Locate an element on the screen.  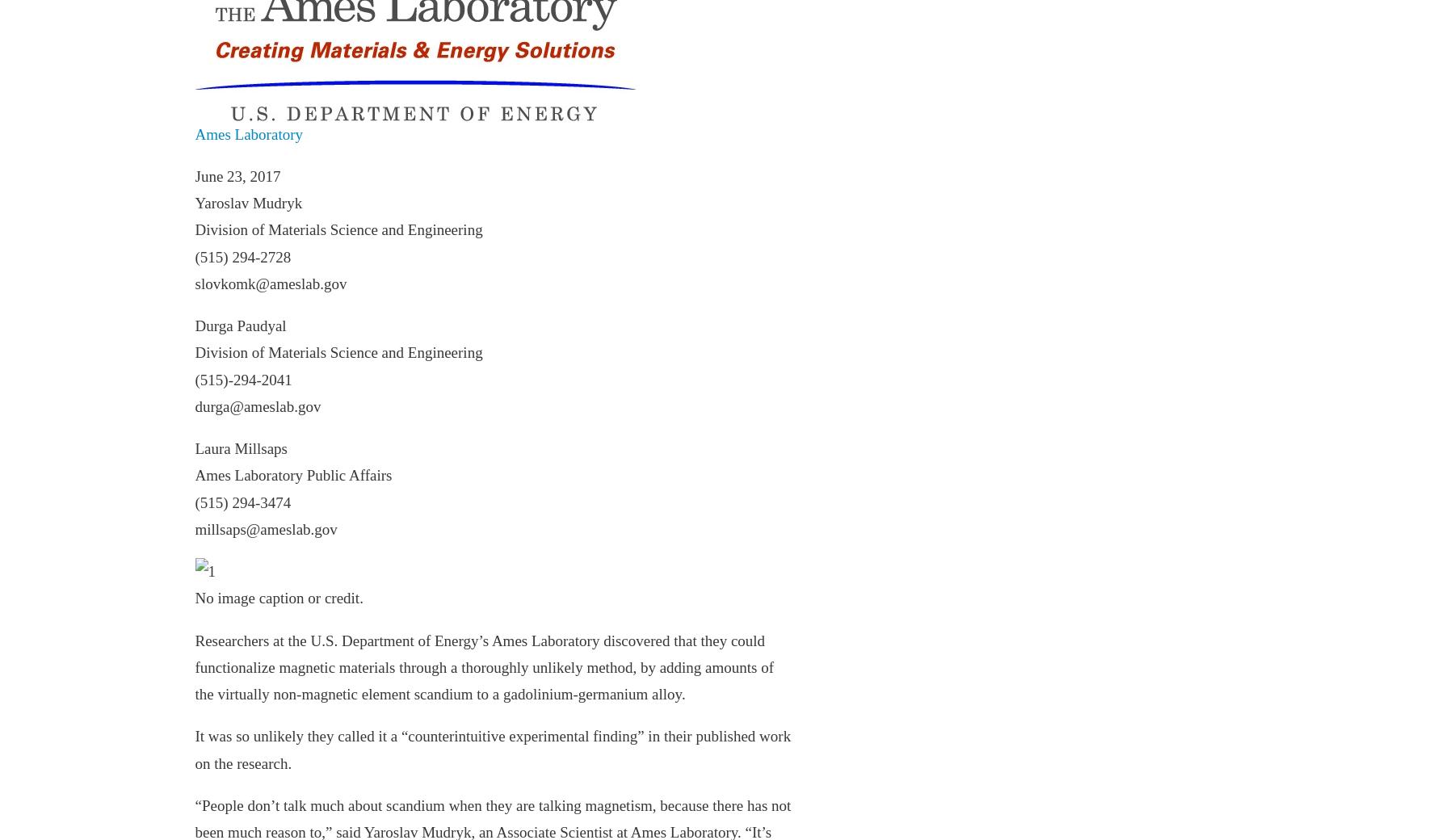
'Durga Paudyal' is located at coordinates (239, 325).